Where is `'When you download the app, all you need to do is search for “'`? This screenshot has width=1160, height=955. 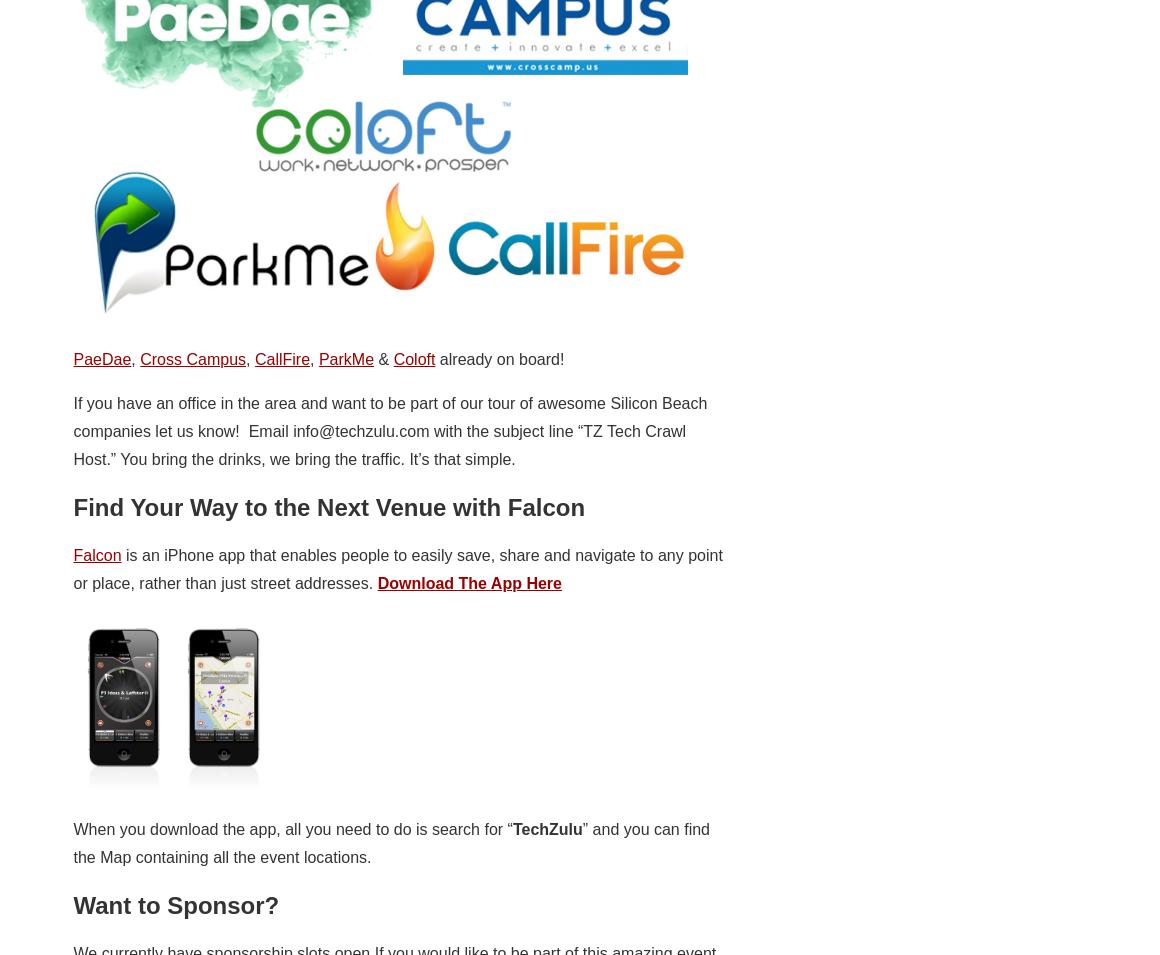
'When you download the app, all you need to do is search for “' is located at coordinates (291, 828).